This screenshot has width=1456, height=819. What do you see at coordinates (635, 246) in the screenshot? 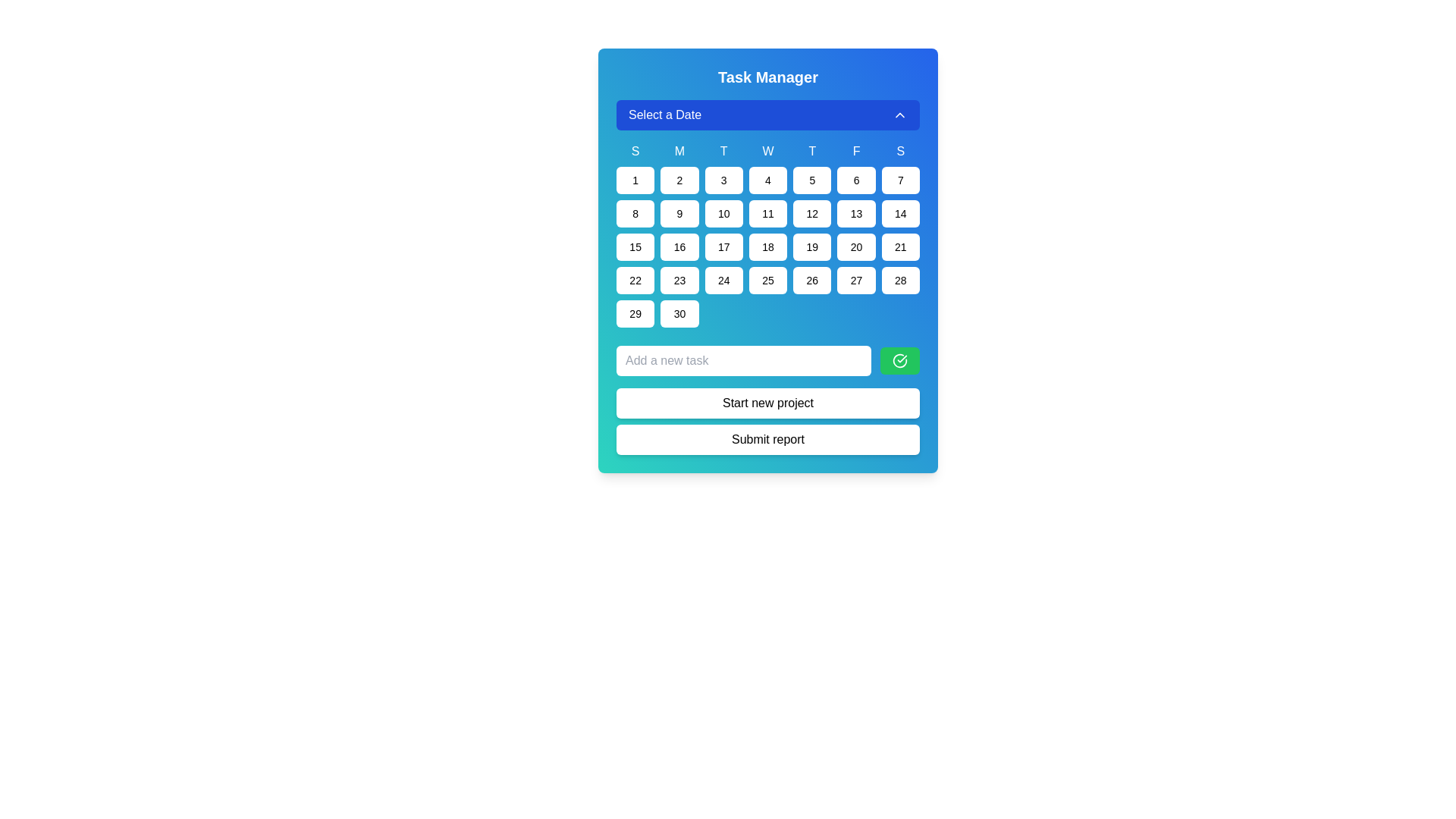
I see `the button that allows users` at bounding box center [635, 246].